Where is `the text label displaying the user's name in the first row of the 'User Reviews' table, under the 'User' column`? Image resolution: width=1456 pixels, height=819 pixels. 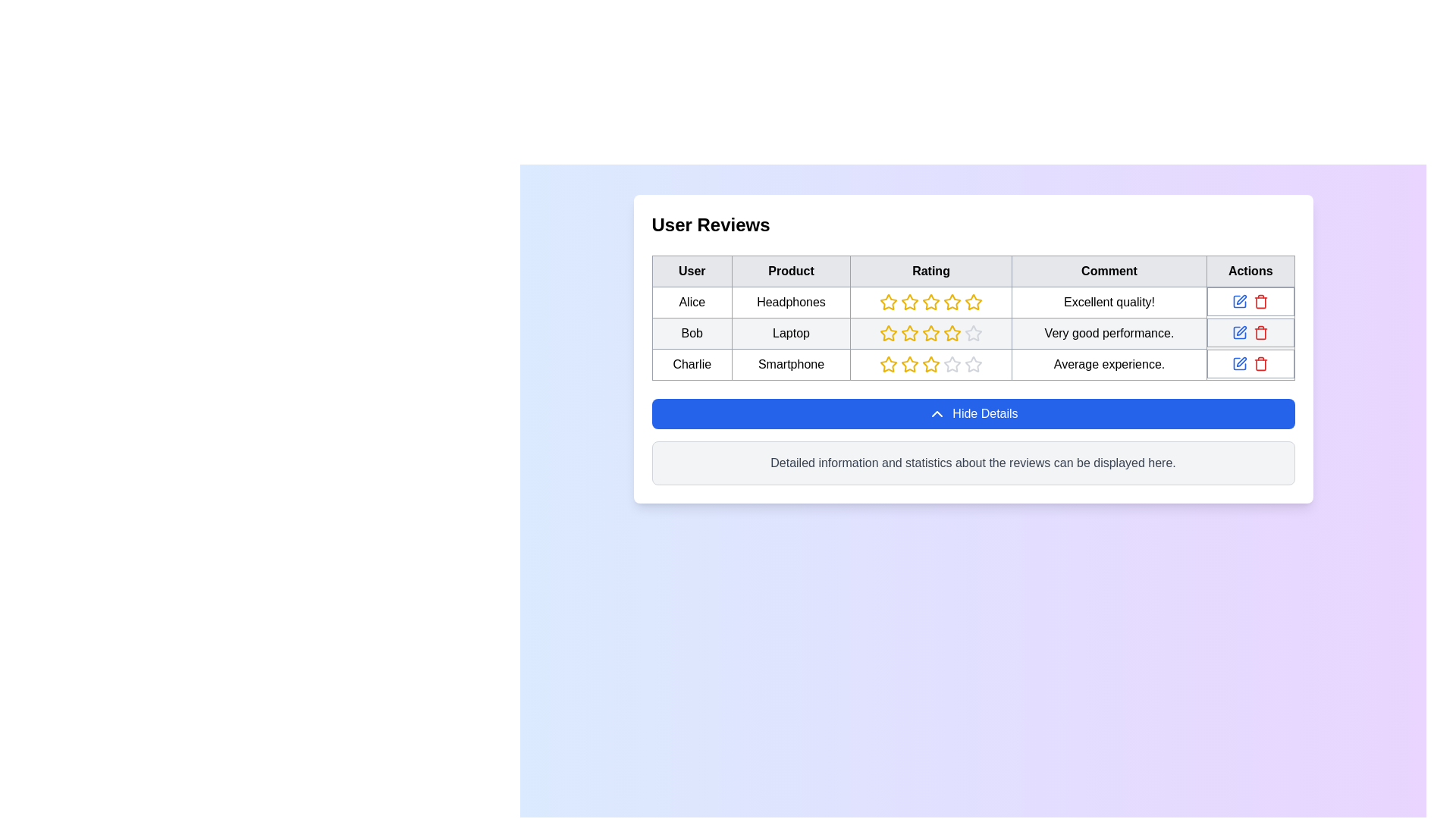 the text label displaying the user's name in the first row of the 'User Reviews' table, under the 'User' column is located at coordinates (691, 302).